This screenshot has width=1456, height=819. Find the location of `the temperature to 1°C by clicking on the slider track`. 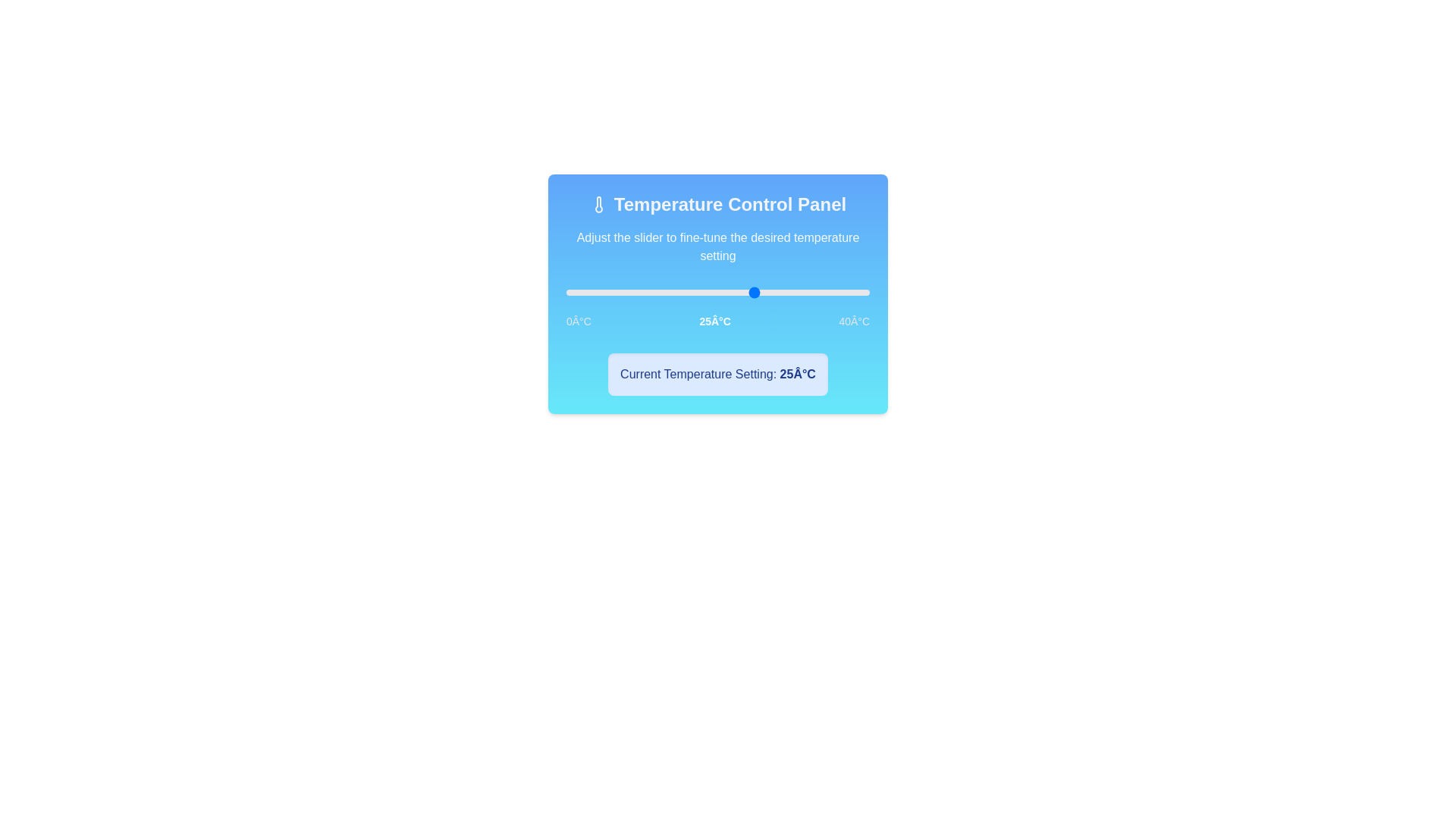

the temperature to 1°C by clicking on the slider track is located at coordinates (573, 292).